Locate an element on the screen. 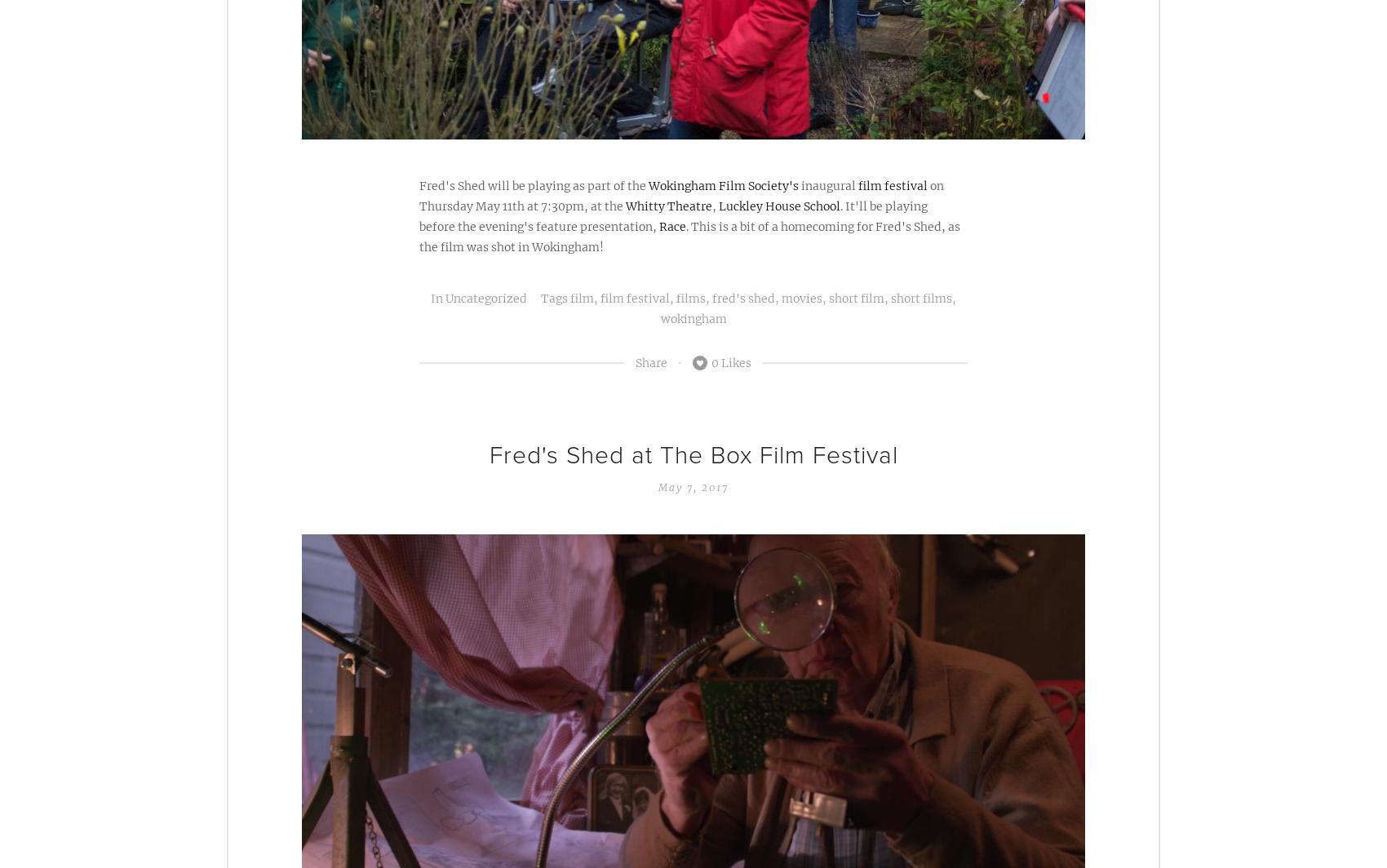  'film festival' is located at coordinates (893, 184).